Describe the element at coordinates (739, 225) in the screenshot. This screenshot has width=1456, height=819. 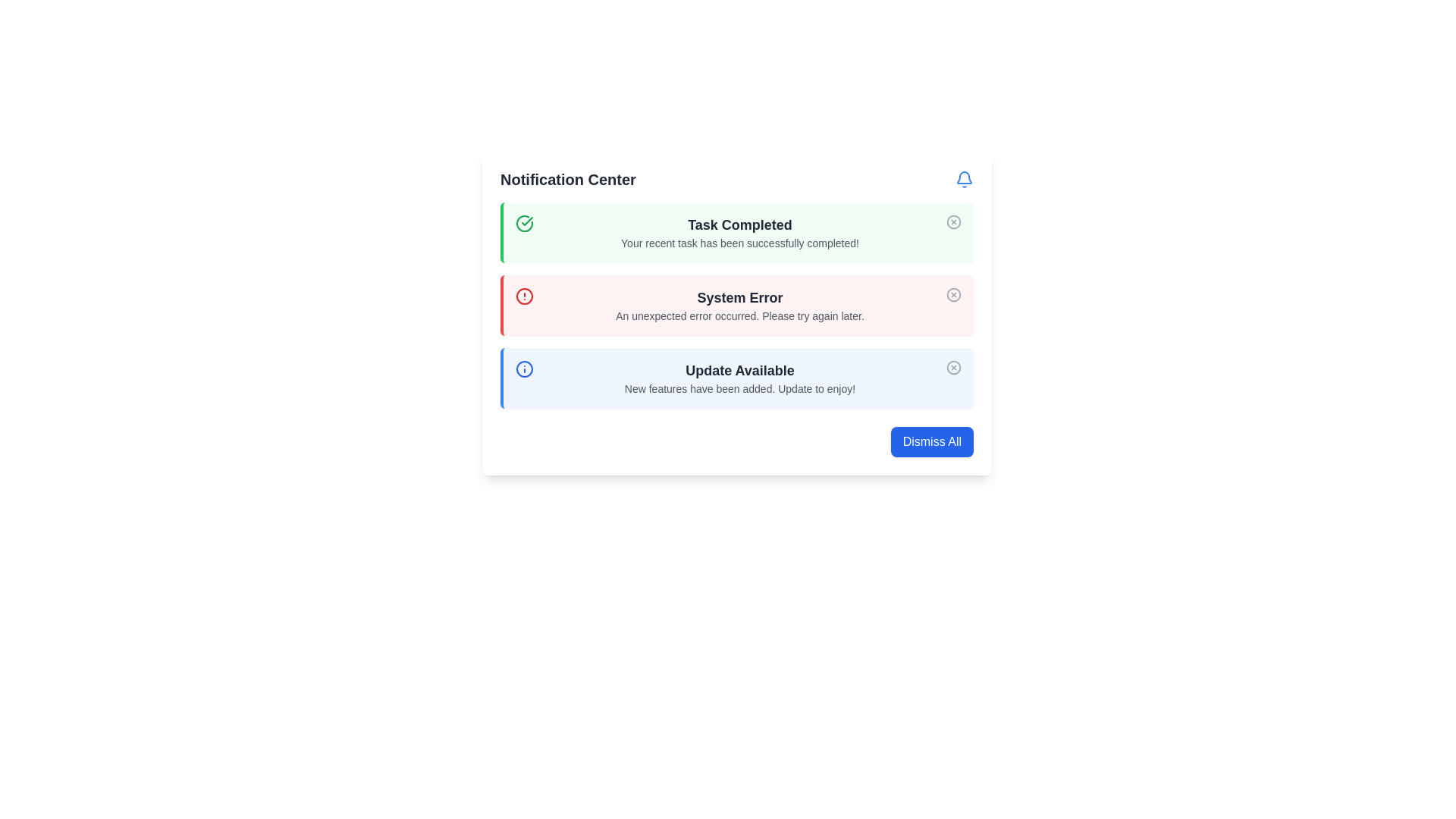
I see `the Text Label indicating successful completion of a task in the green notification box, which is the first of three notification entries` at that location.